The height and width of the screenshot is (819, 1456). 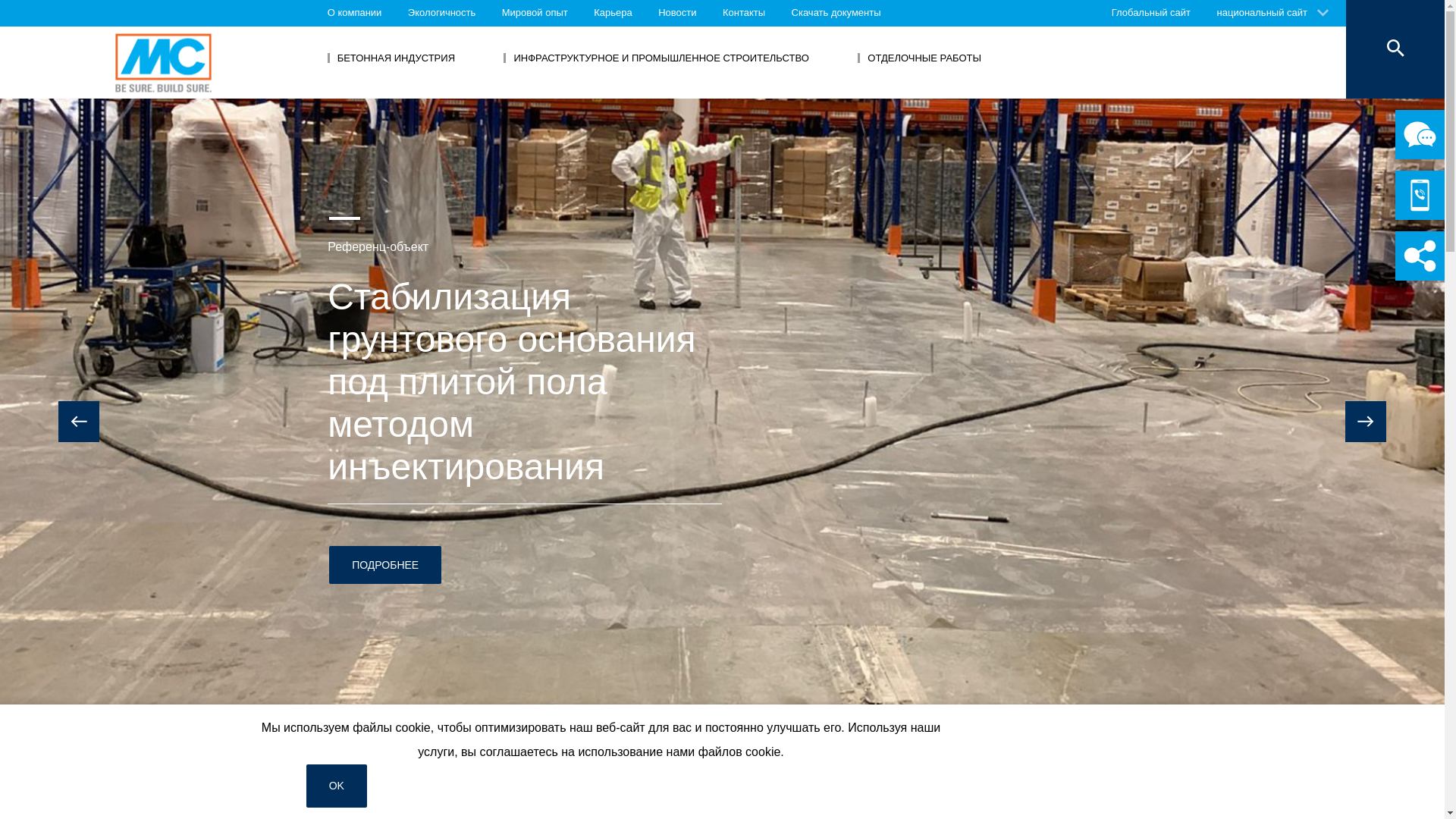 I want to click on 'OK', so click(x=336, y=785).